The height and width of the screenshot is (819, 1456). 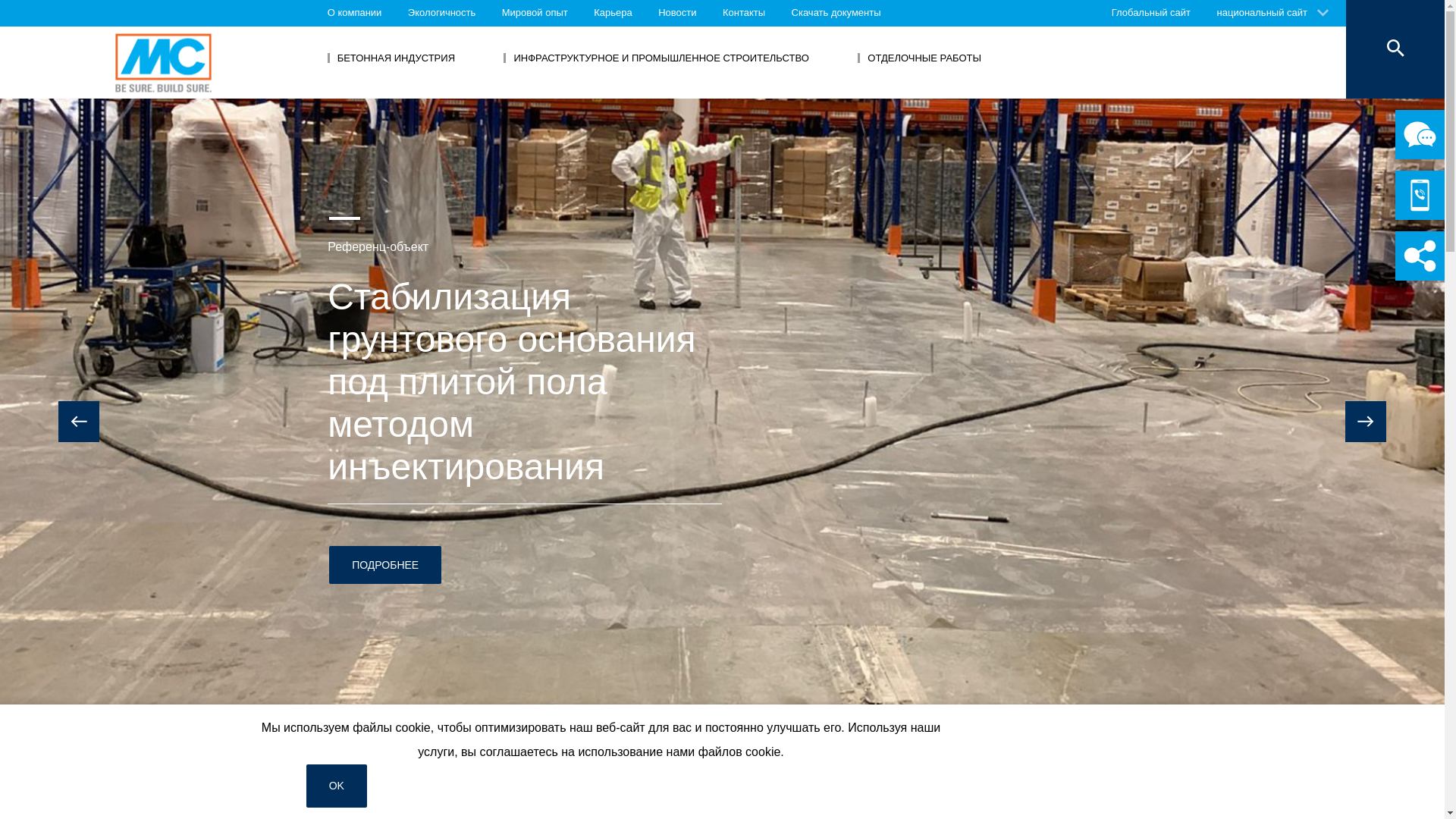 I want to click on 'OK', so click(x=336, y=785).